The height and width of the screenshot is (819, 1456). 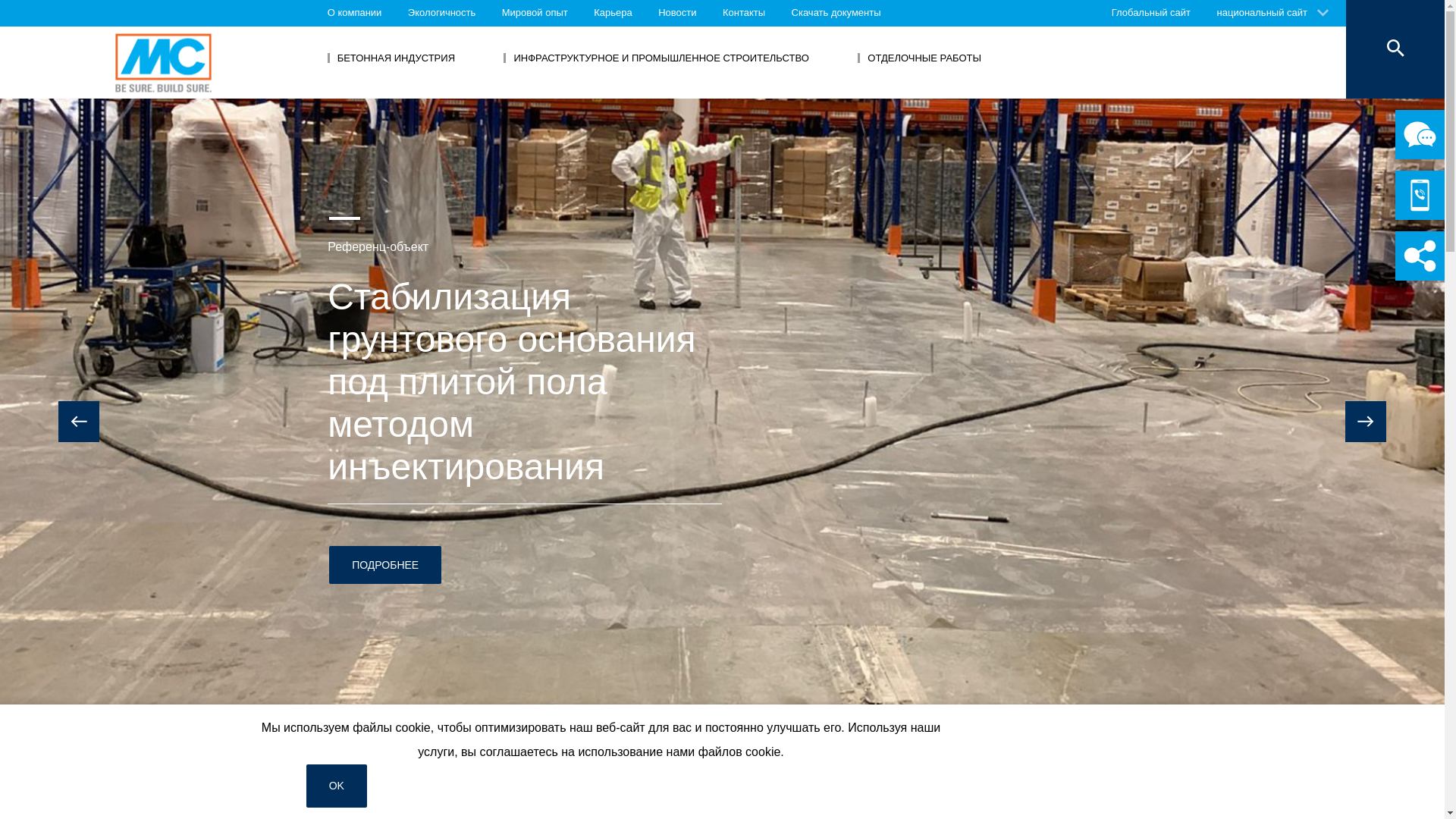 I want to click on 'OK', so click(x=336, y=785).